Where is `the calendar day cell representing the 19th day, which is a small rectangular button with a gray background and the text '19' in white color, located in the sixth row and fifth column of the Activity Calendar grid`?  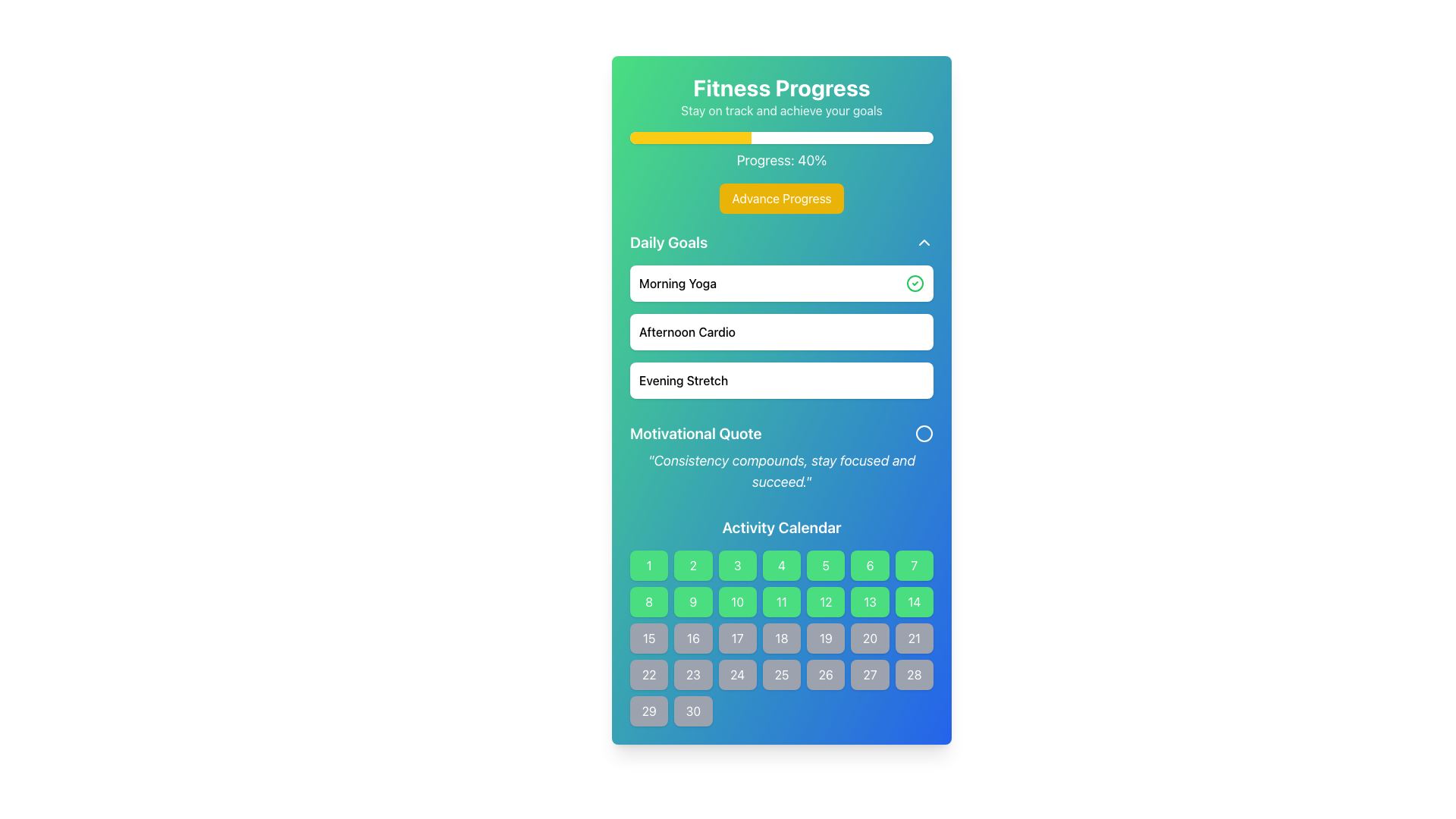
the calendar day cell representing the 19th day, which is a small rectangular button with a gray background and the text '19' in white color, located in the sixth row and fifth column of the Activity Calendar grid is located at coordinates (825, 638).